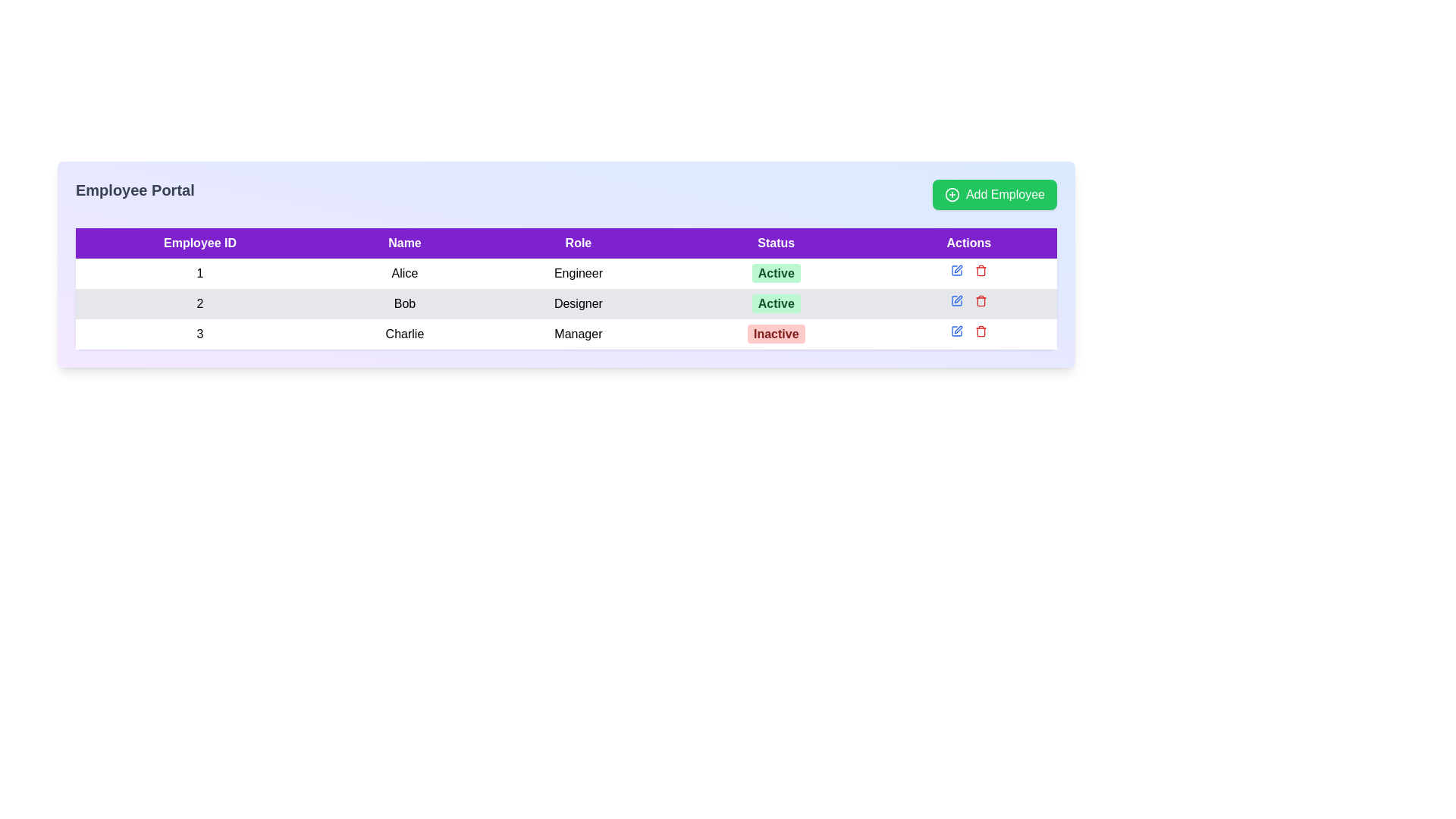  I want to click on the 'Actions' header label in the table, which is located in the far-right column of the table header, immediately to the right of the 'Status' header, so click(968, 242).